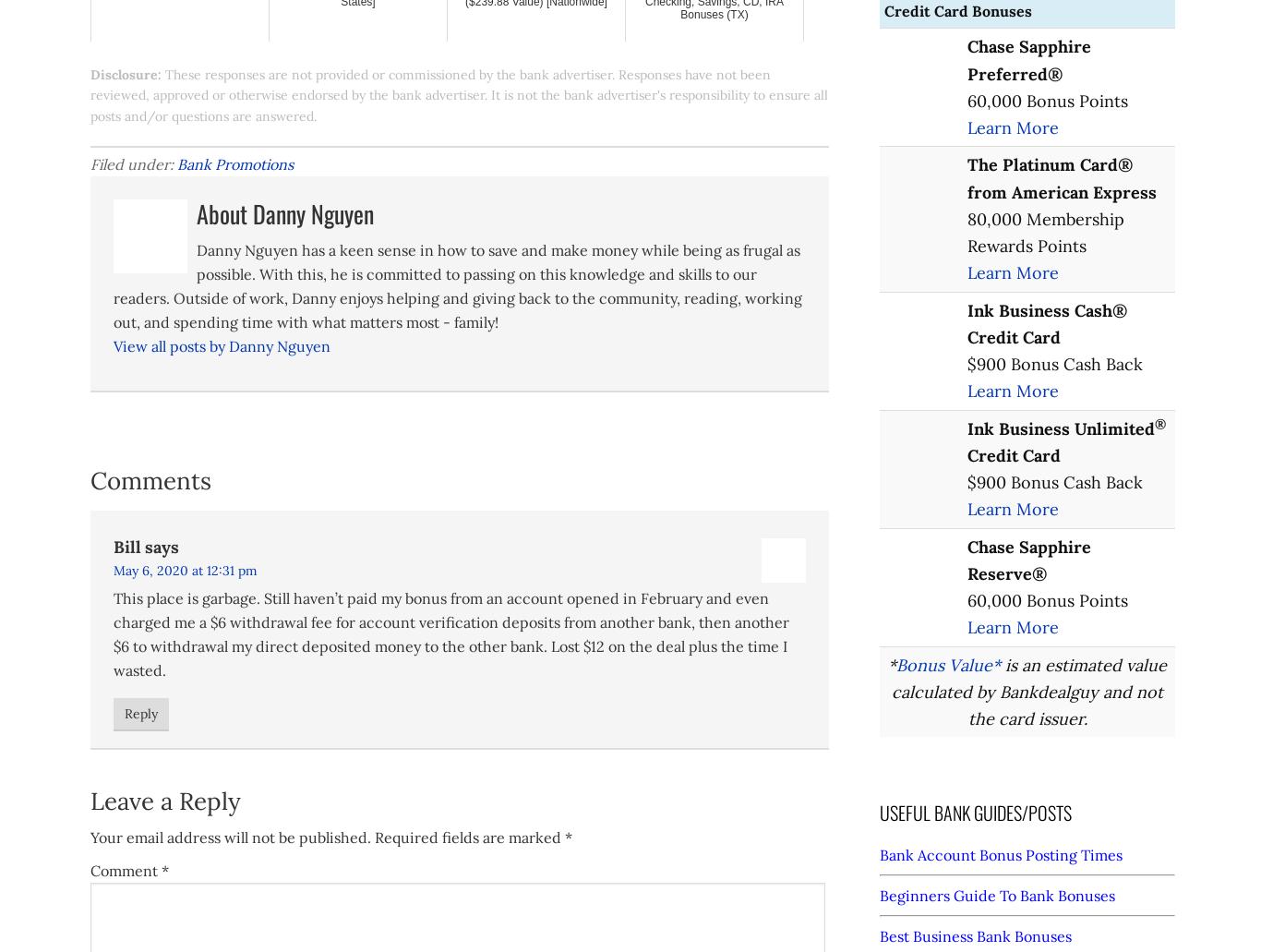 The height and width of the screenshot is (952, 1261). I want to click on 'Bank Promotions', so click(235, 163).